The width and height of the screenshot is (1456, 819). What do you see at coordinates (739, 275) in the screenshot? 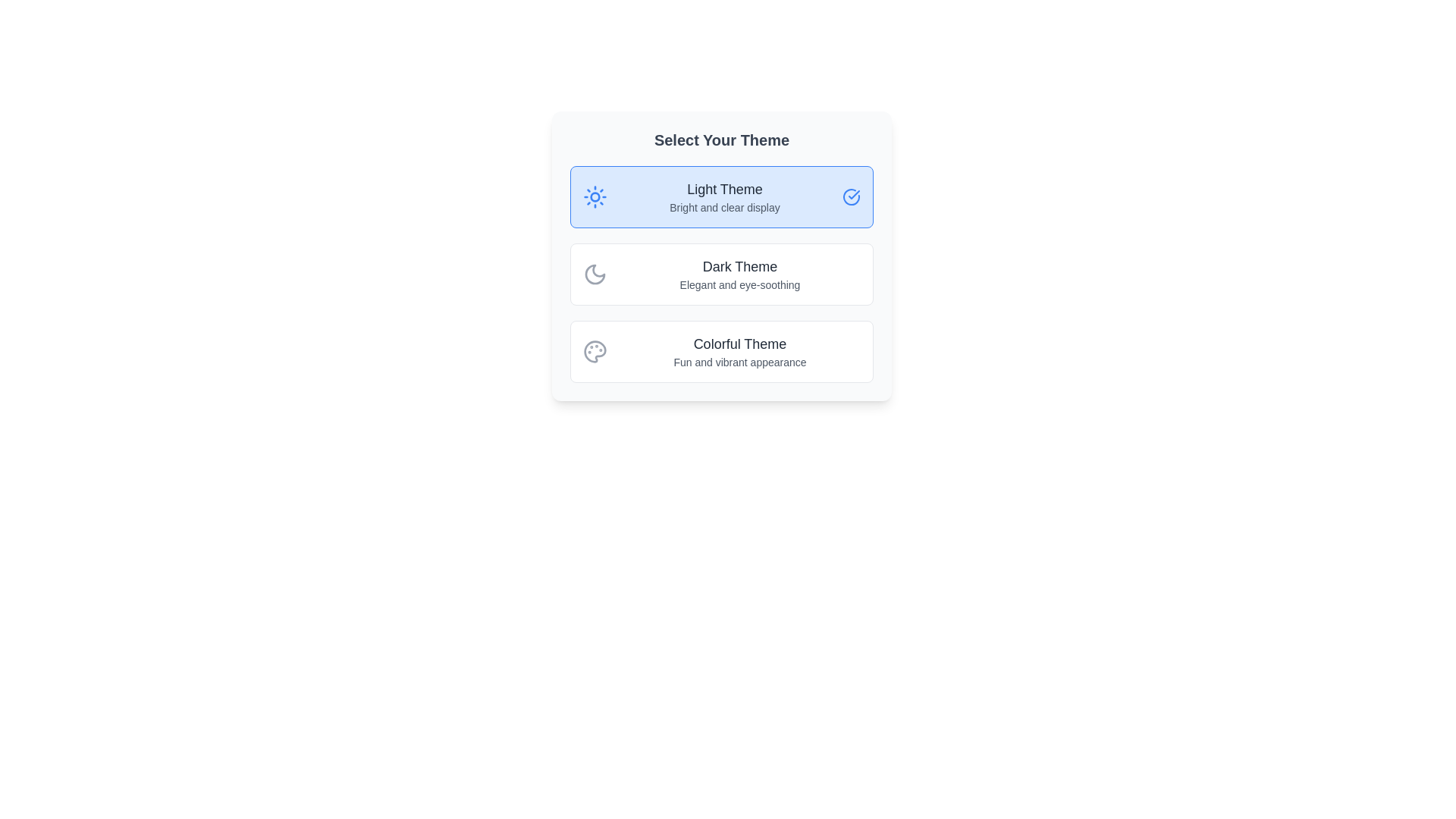
I see `the 'Dark Theme' text block, which consists of a larger, bold heading and a smaller, lighter subheading` at bounding box center [739, 275].